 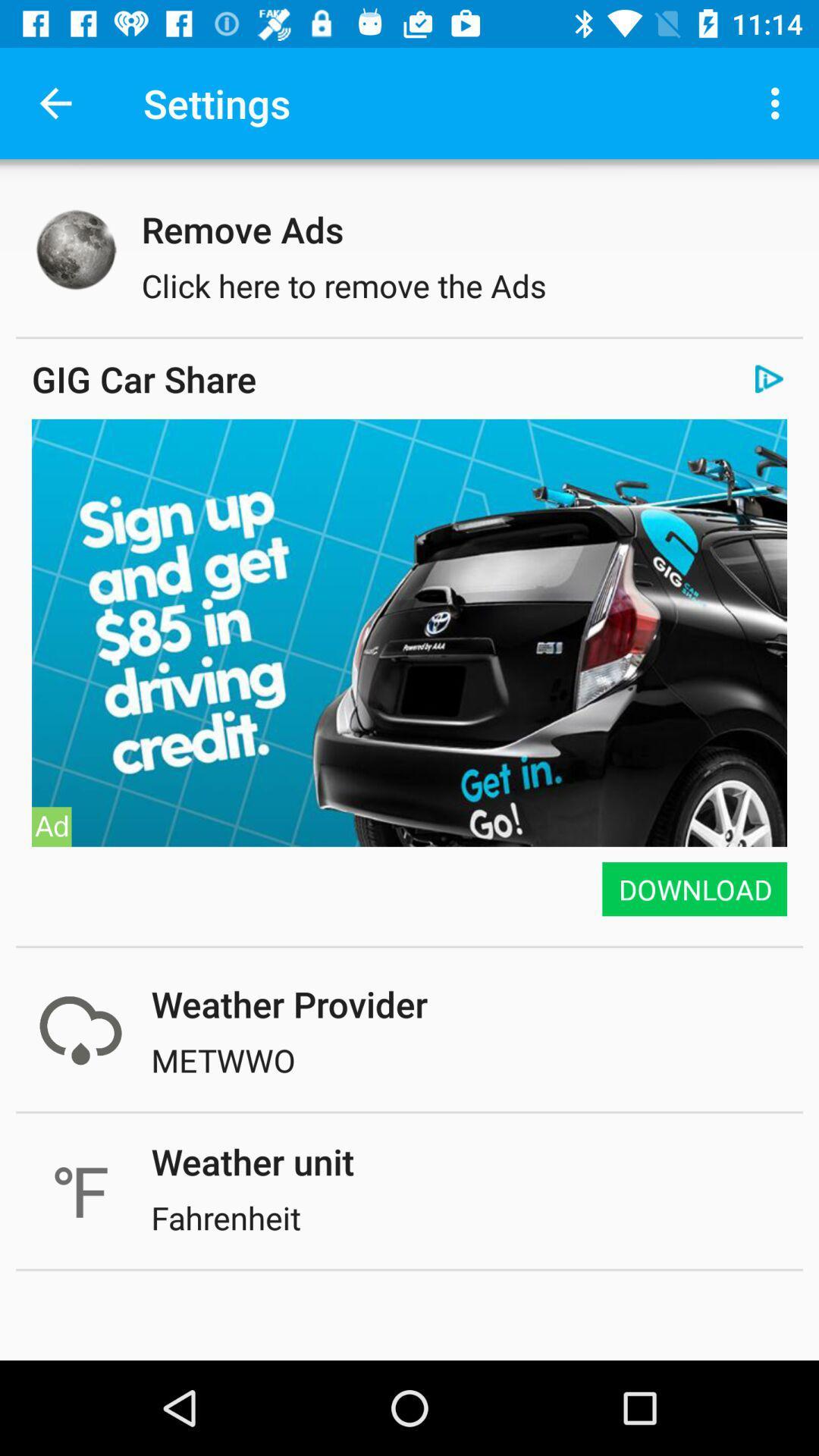 I want to click on the item on the right, so click(x=693, y=889).